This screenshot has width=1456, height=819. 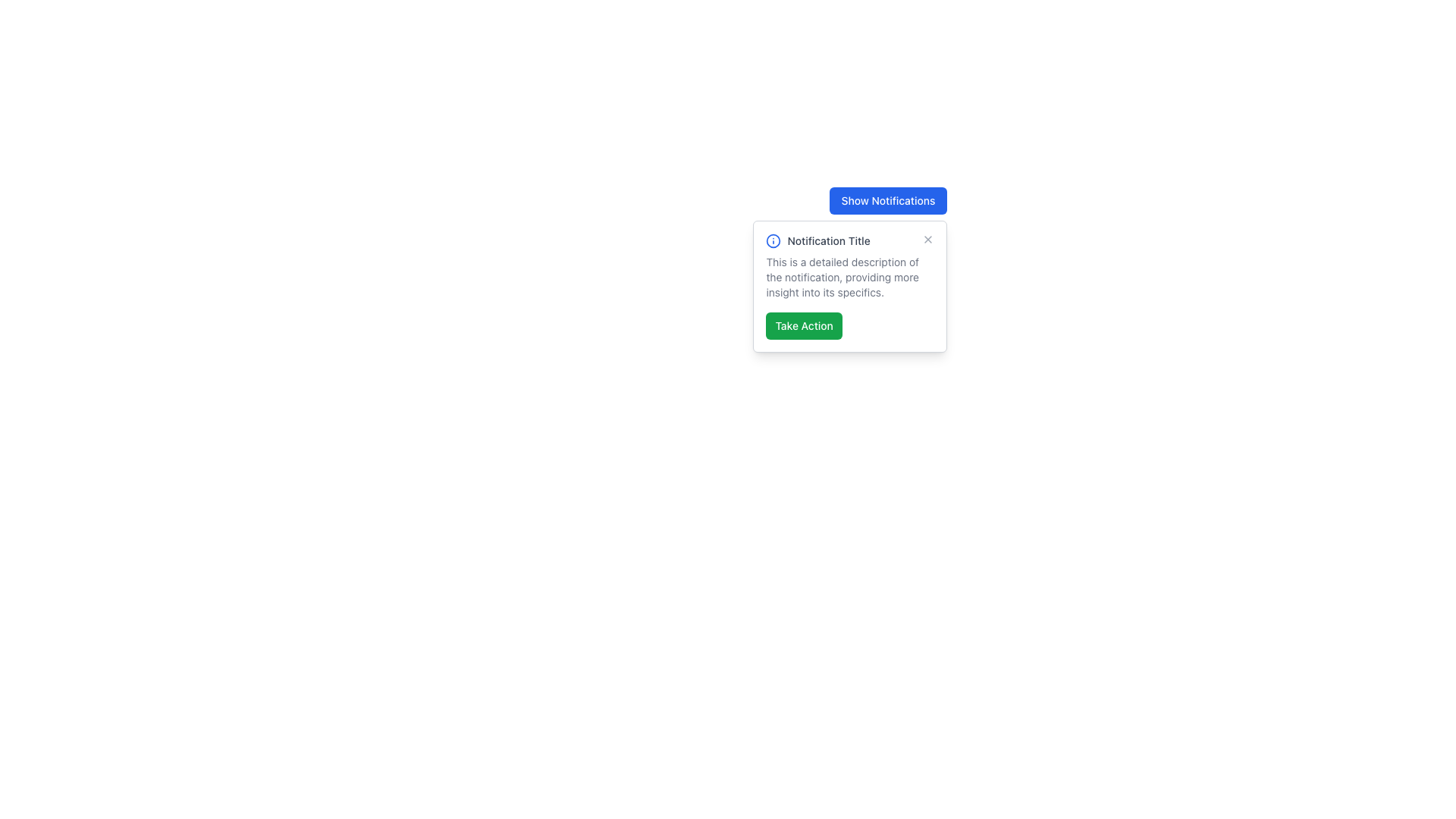 I want to click on the small square button with a thin cross ('X') design in the top-right corner of the notification card, so click(x=927, y=239).